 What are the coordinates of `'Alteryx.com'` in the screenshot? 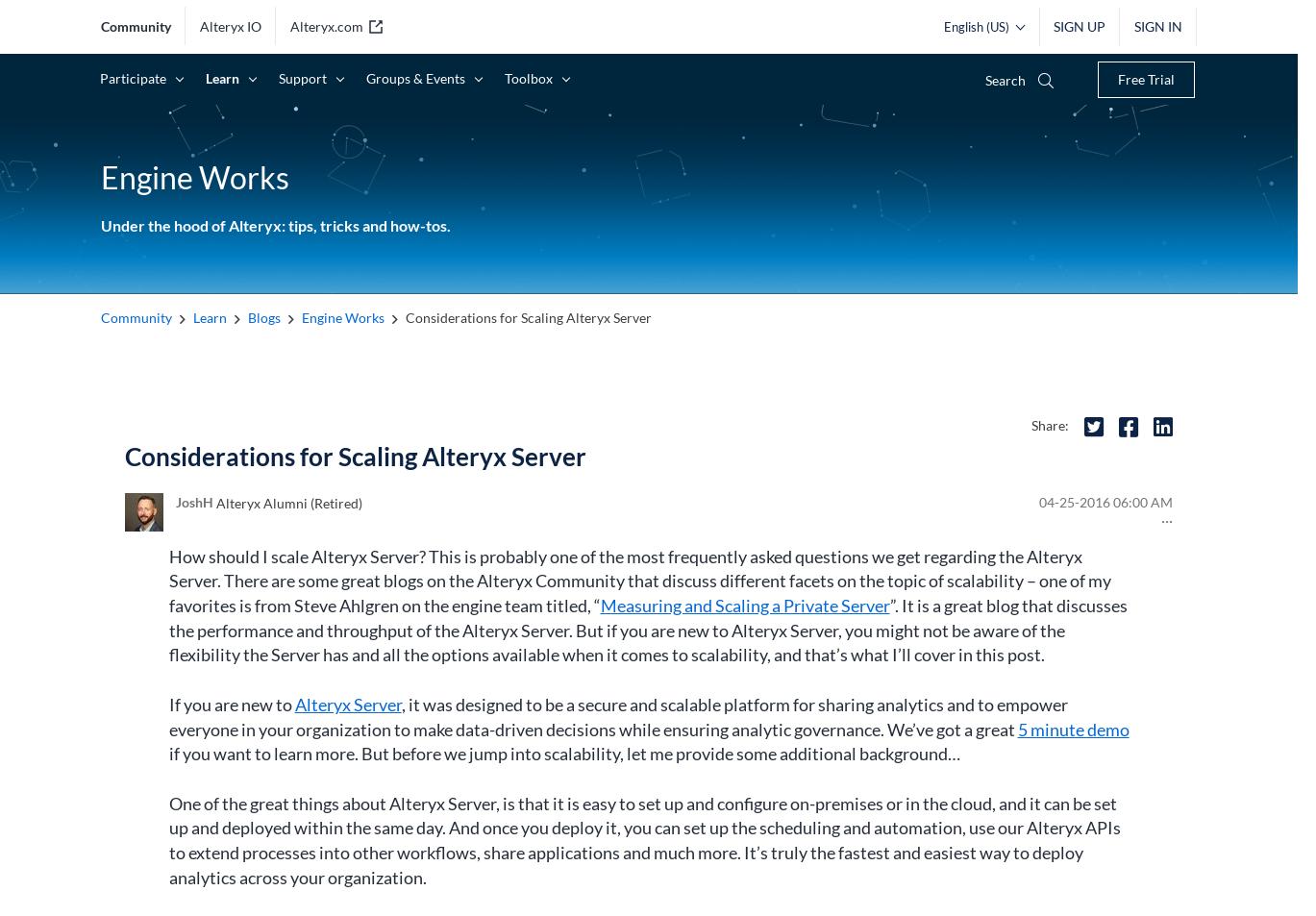 It's located at (326, 25).